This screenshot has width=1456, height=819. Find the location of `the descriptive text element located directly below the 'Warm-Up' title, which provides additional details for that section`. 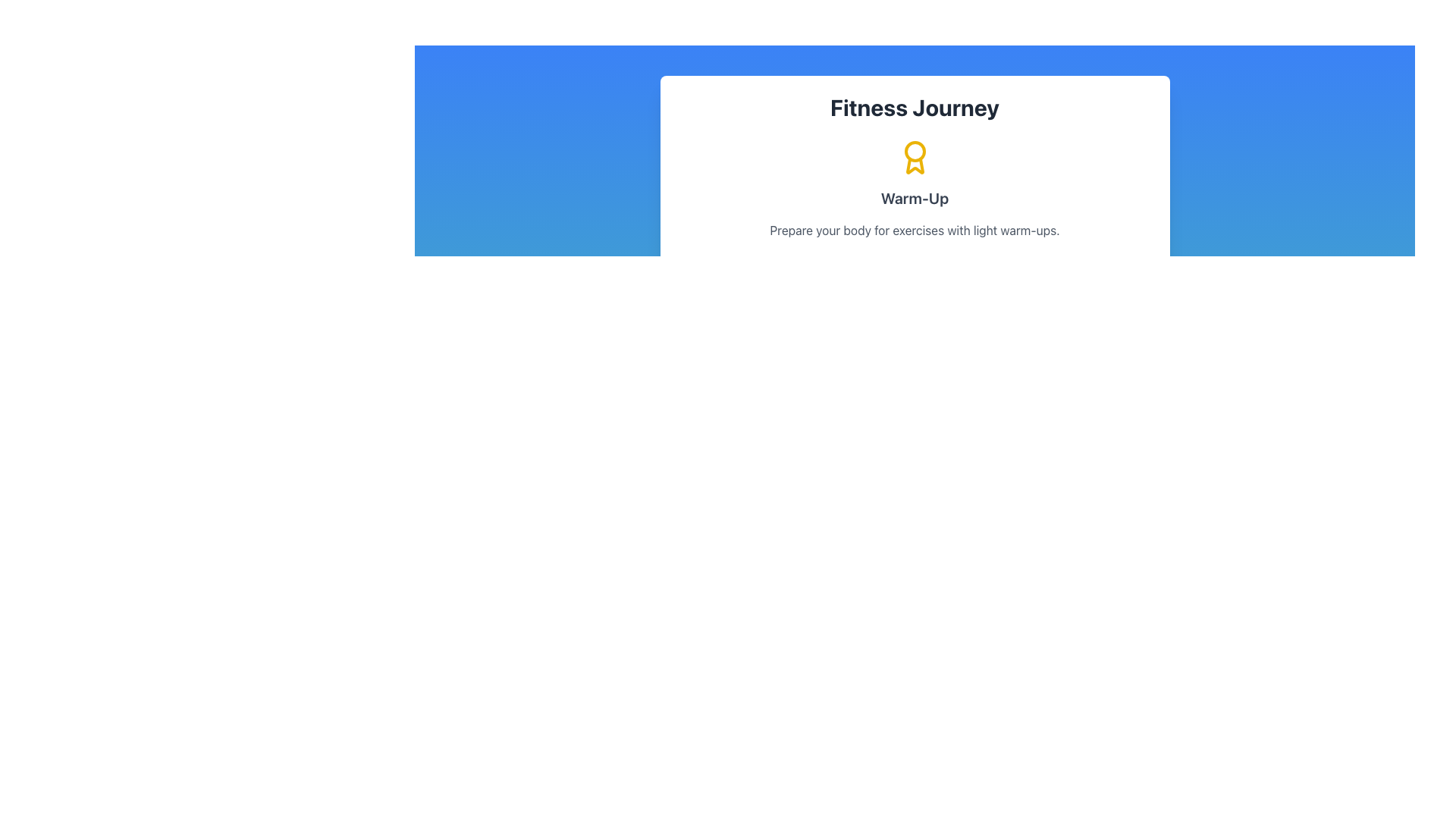

the descriptive text element located directly below the 'Warm-Up' title, which provides additional details for that section is located at coordinates (914, 231).